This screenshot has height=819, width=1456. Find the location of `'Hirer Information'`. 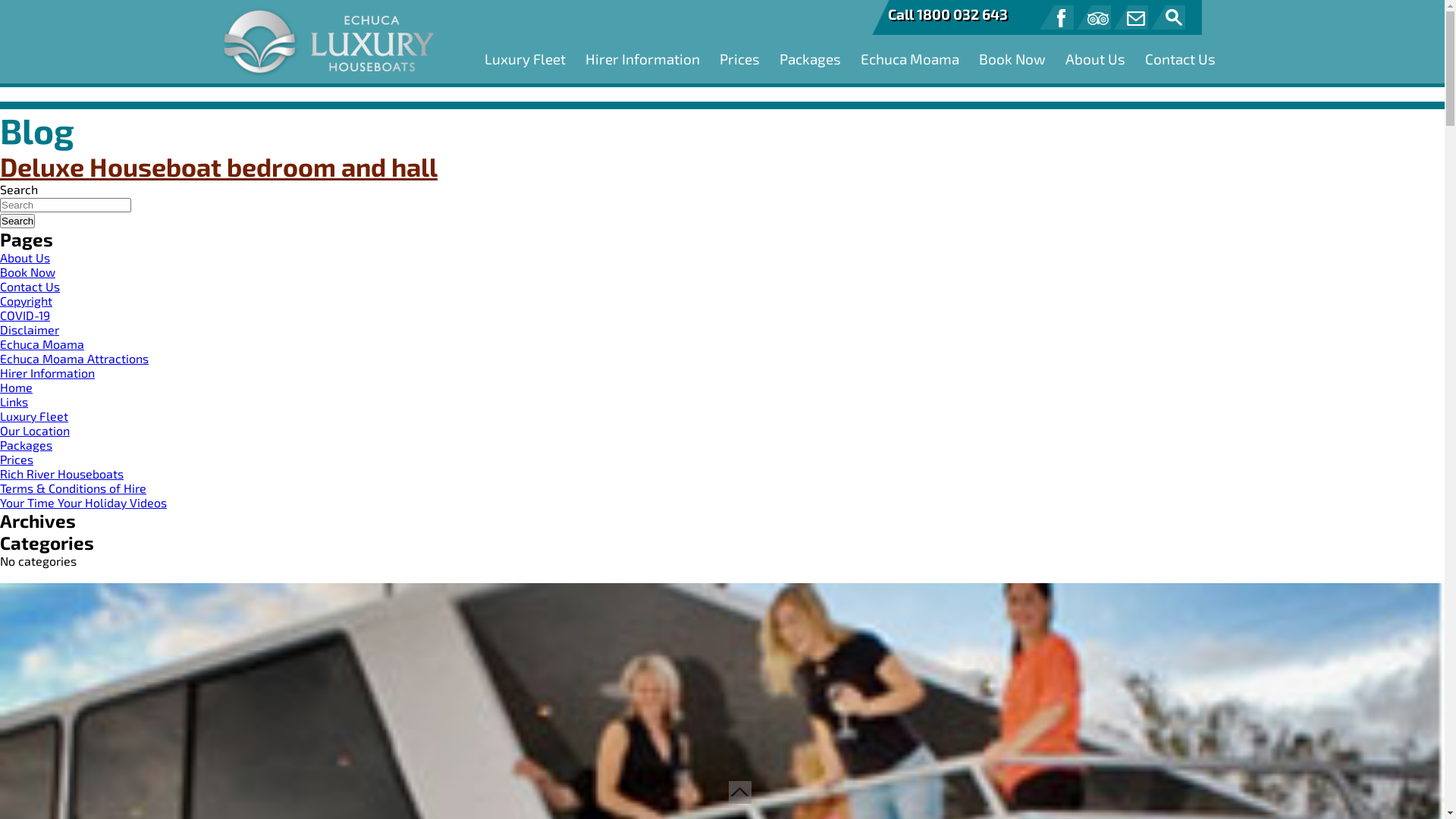

'Hirer Information' is located at coordinates (570, 58).